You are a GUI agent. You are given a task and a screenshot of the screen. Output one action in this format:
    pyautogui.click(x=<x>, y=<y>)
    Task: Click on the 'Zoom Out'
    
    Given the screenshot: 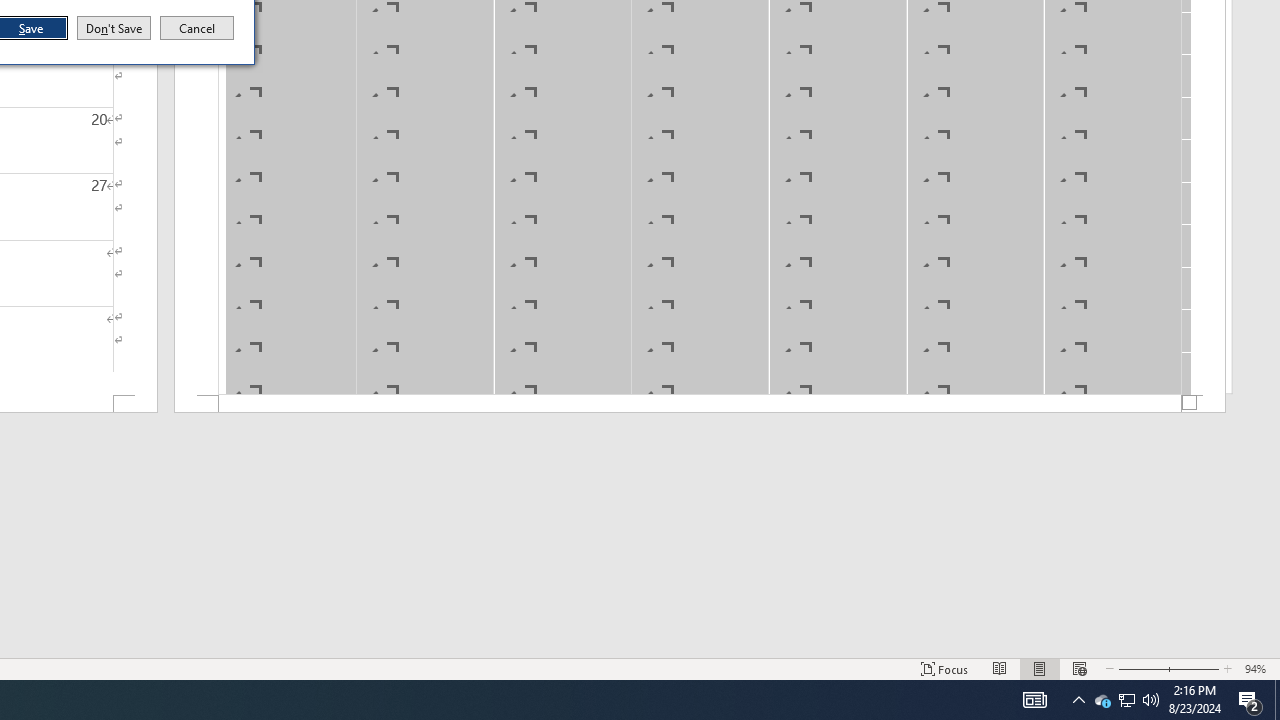 What is the action you would take?
    pyautogui.click(x=1141, y=669)
    